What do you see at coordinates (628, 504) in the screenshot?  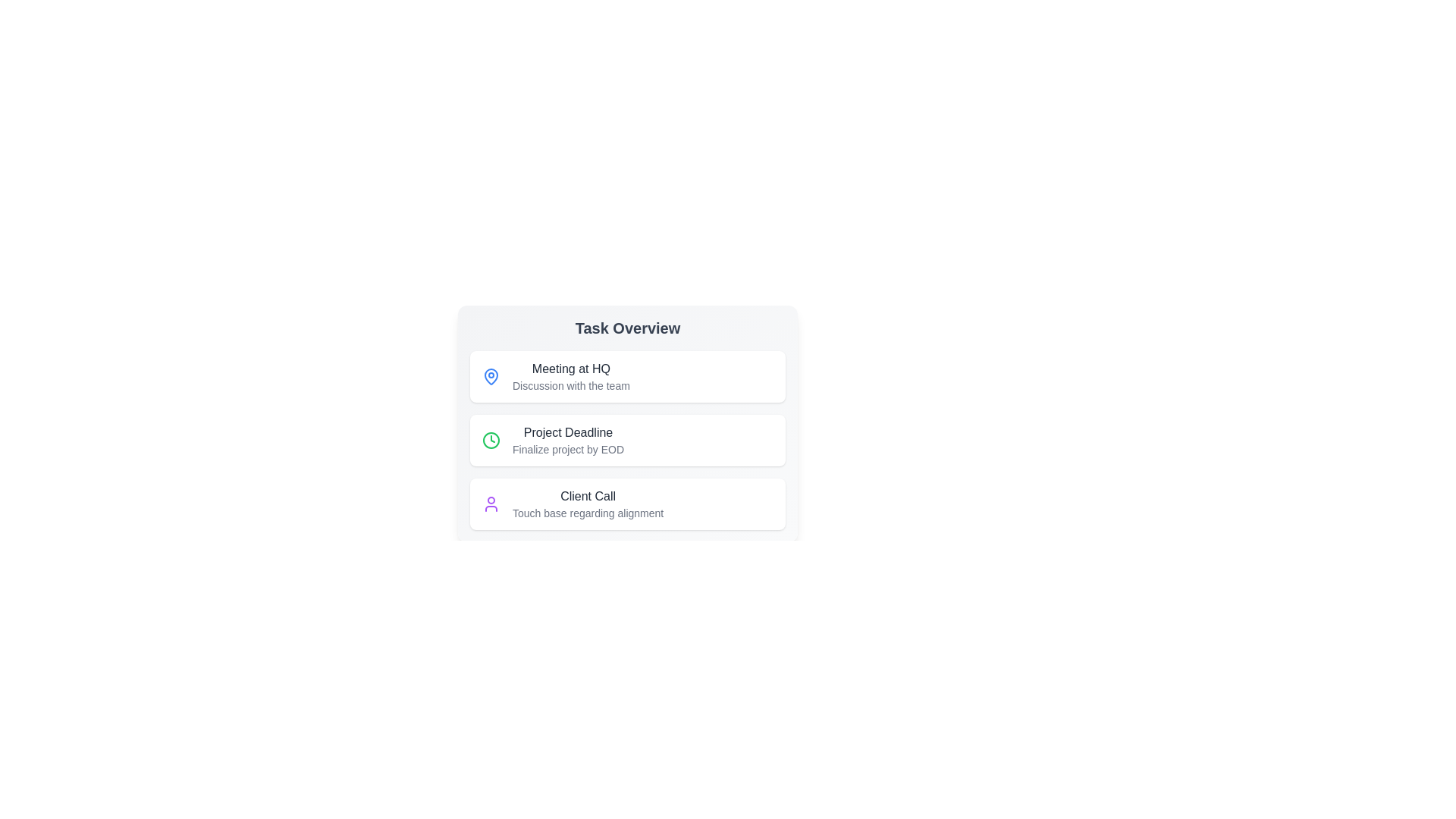 I see `the list item corresponding to Client Call` at bounding box center [628, 504].